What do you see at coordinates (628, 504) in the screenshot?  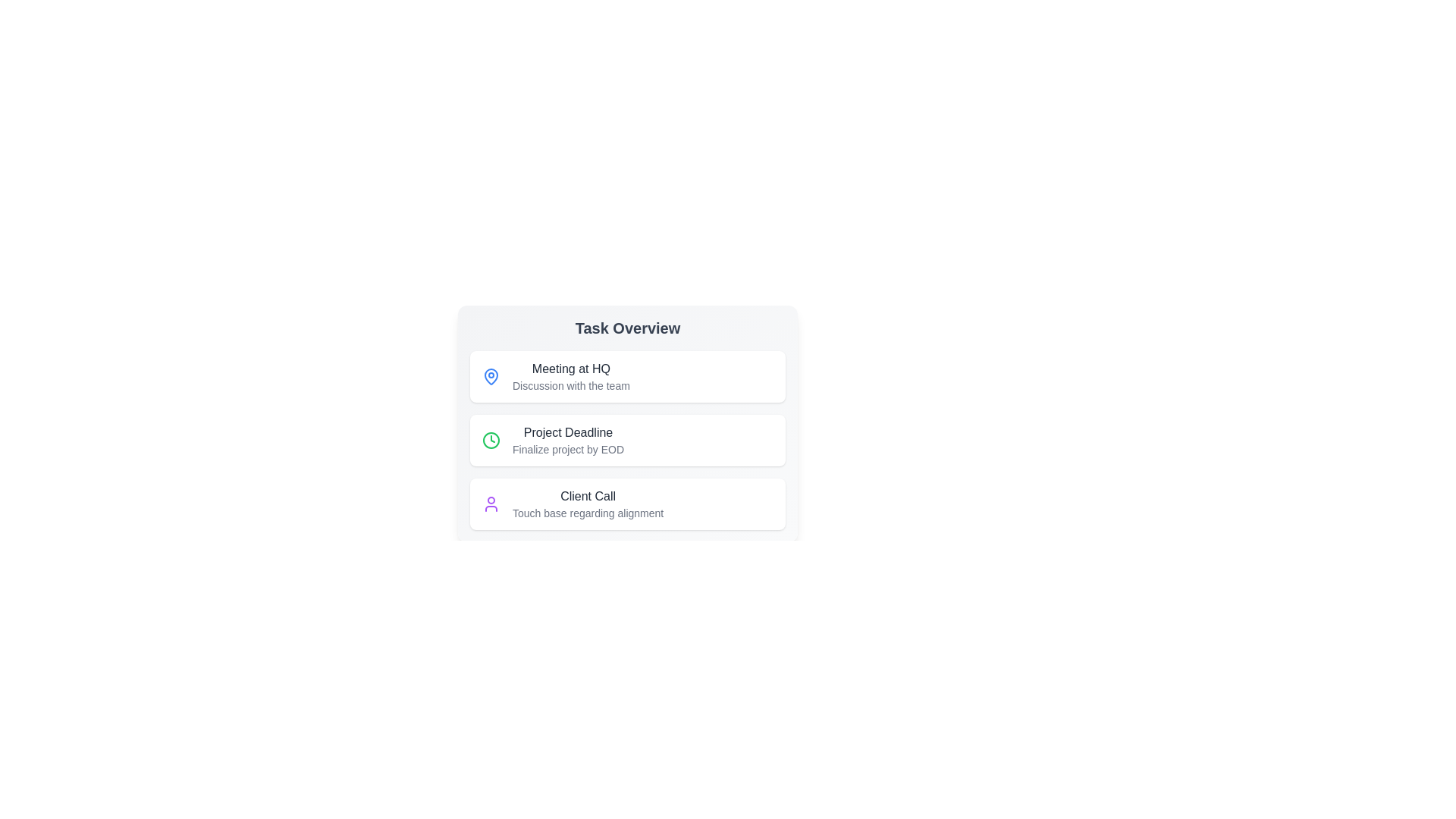 I see `the list item corresponding to Client Call` at bounding box center [628, 504].